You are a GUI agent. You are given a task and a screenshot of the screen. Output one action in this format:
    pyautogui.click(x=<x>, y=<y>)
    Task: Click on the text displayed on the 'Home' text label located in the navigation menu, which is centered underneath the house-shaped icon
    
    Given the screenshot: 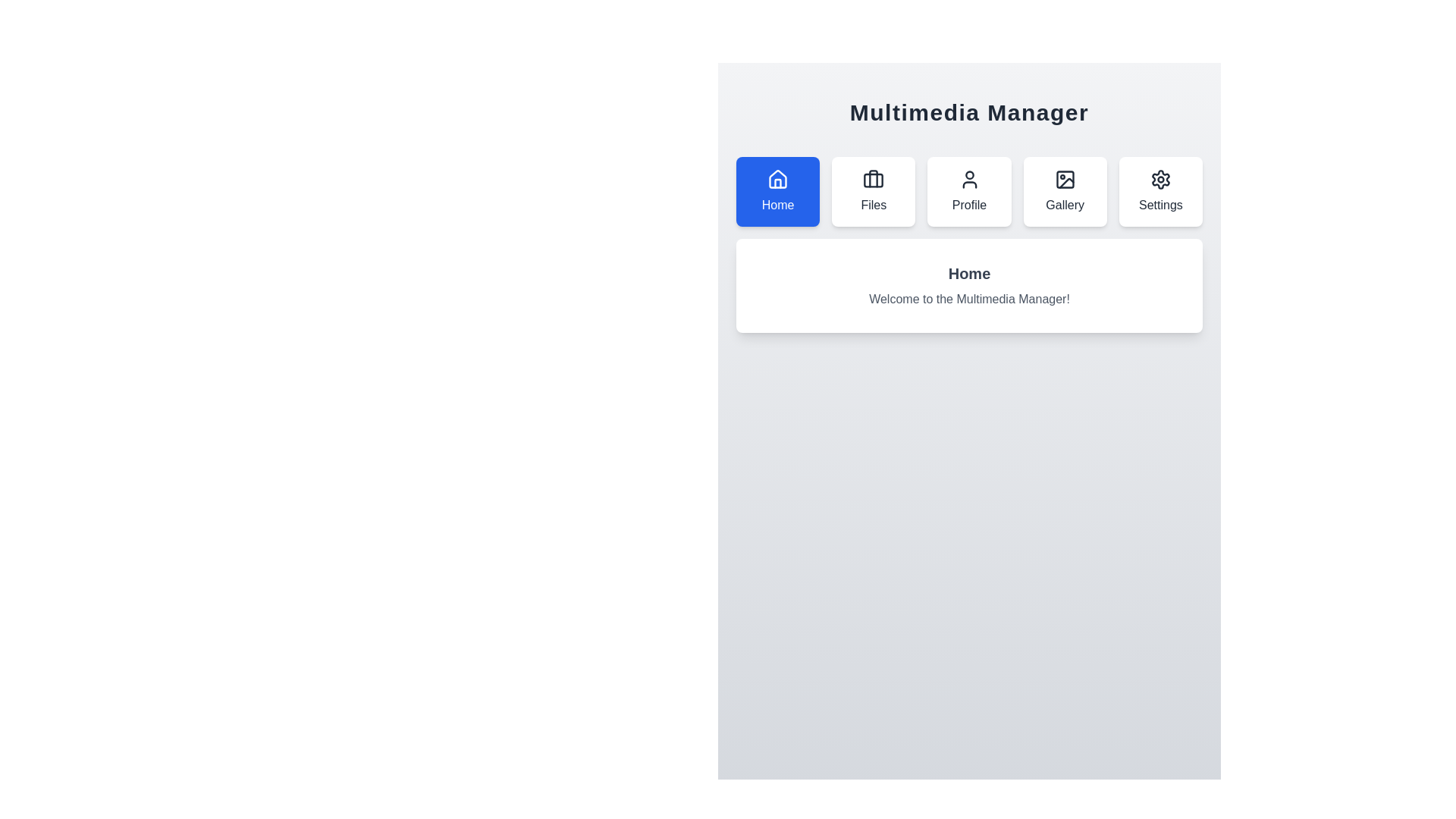 What is the action you would take?
    pyautogui.click(x=778, y=205)
    